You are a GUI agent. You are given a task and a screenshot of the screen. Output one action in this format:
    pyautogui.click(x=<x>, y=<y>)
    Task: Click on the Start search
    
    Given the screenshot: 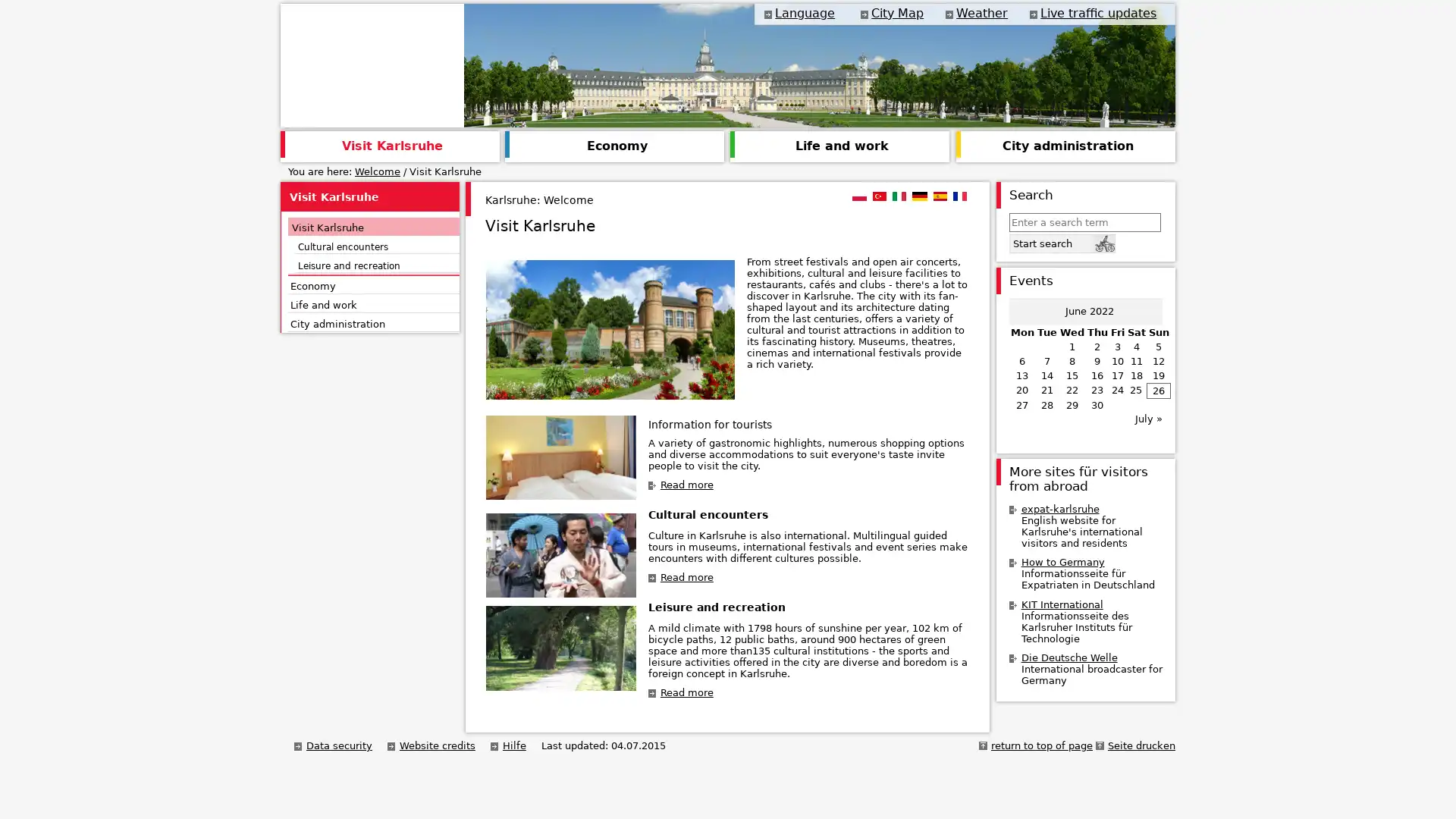 What is the action you would take?
    pyautogui.click(x=1061, y=242)
    